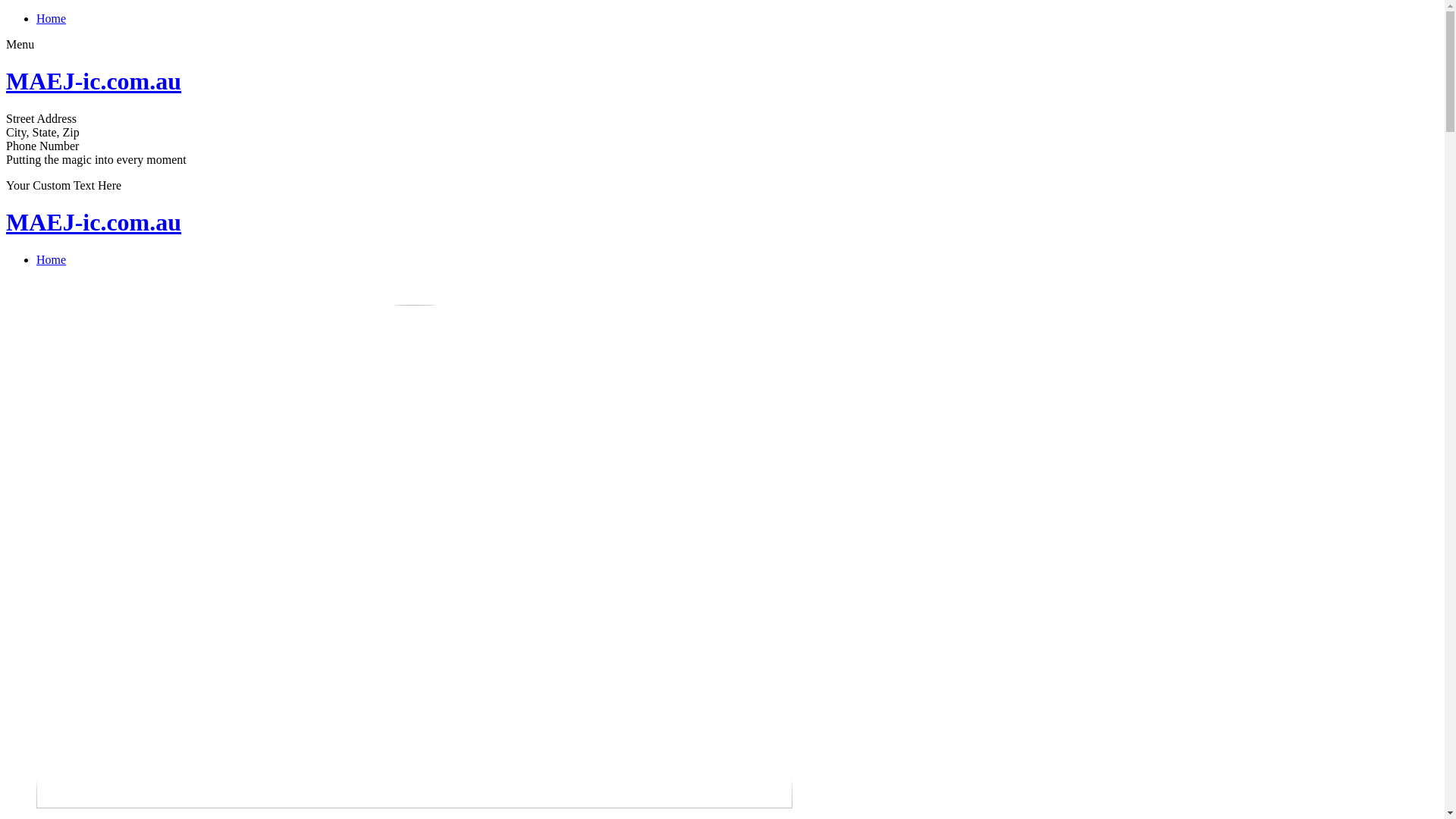 Image resolution: width=1456 pixels, height=819 pixels. I want to click on 'MAEJ-ic.com.au', so click(93, 222).